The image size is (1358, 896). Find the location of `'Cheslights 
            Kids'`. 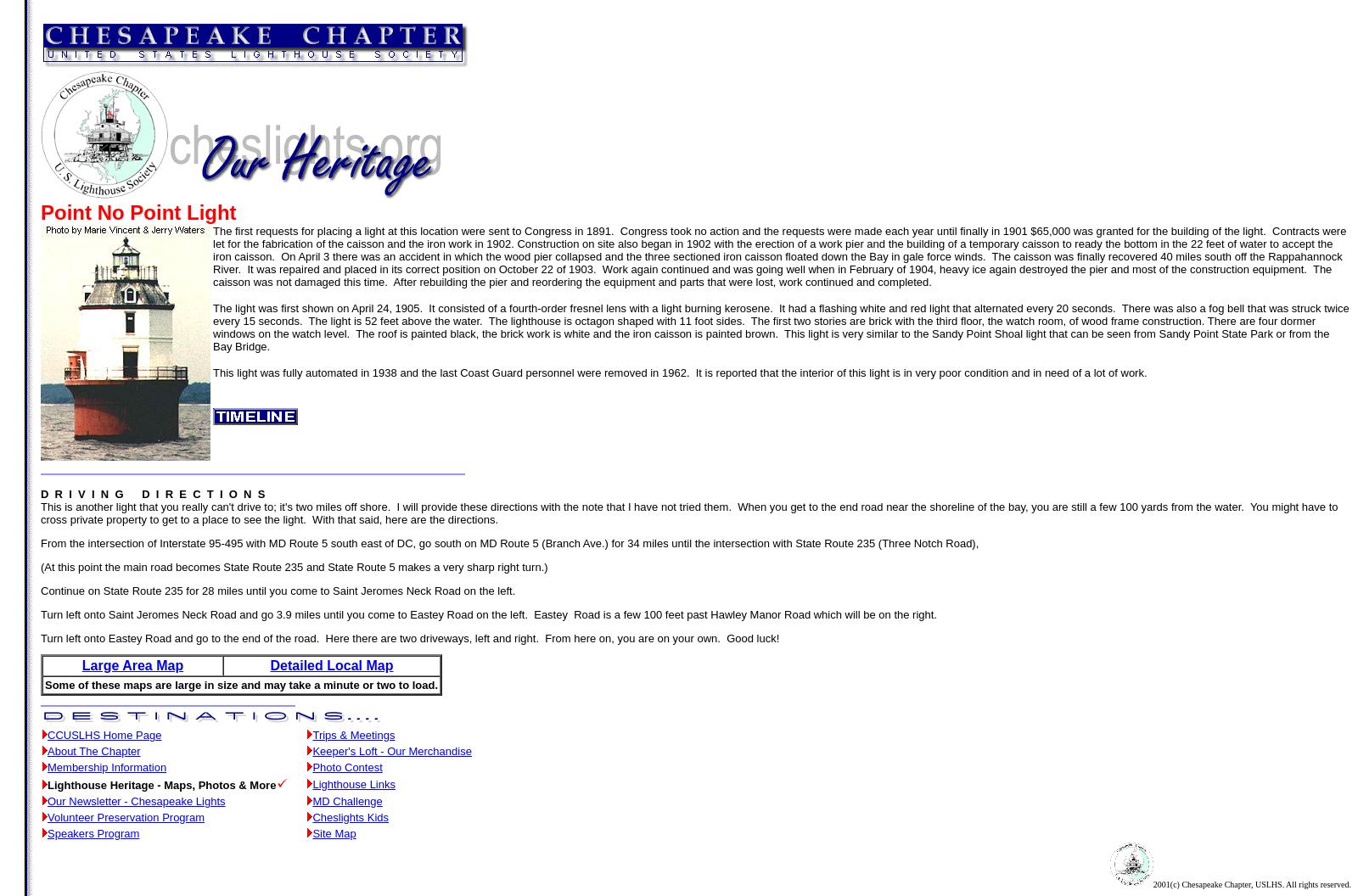

'Cheslights 
            Kids' is located at coordinates (312, 817).